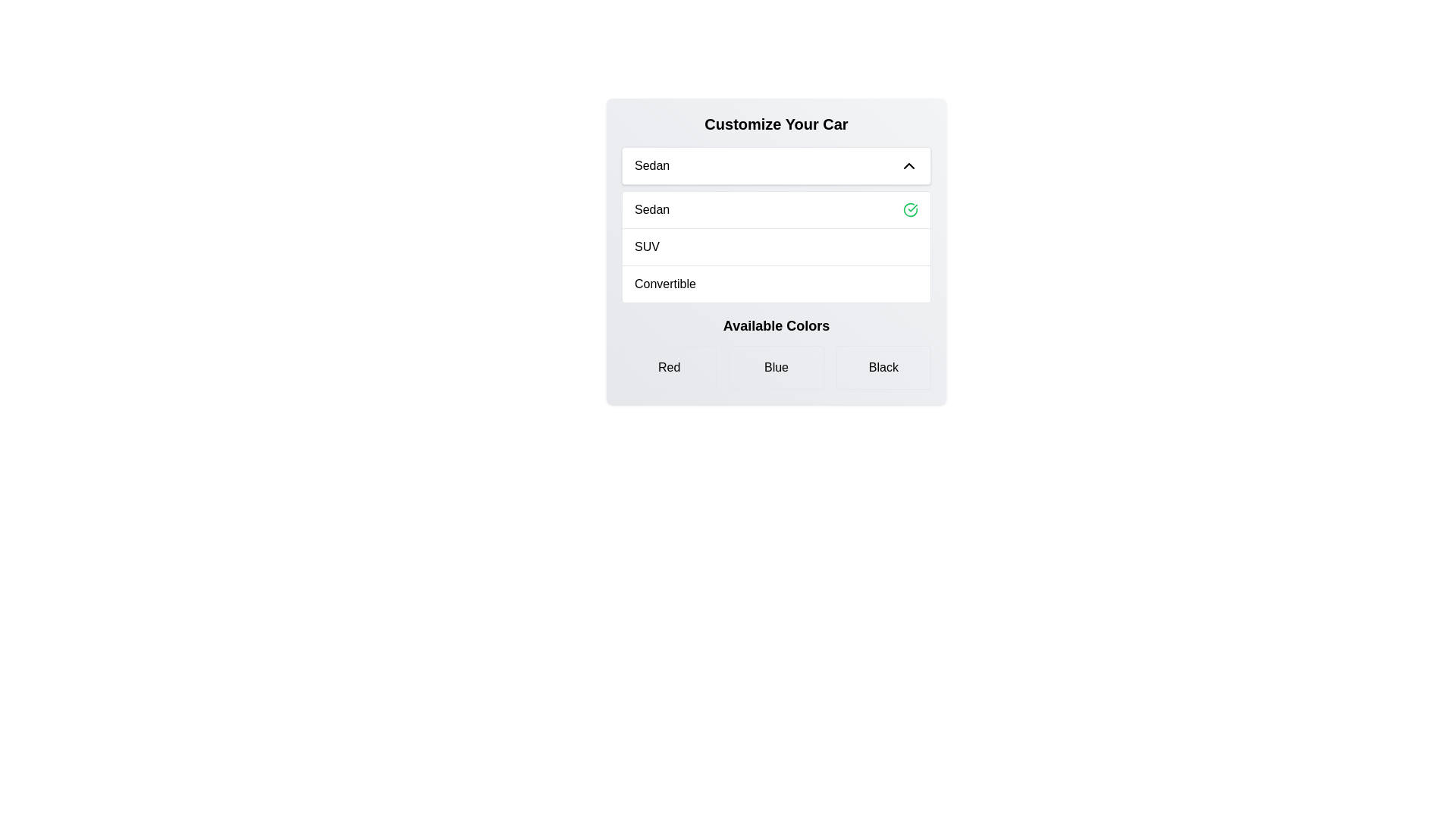  What do you see at coordinates (668, 368) in the screenshot?
I see `the non-interactive color selection button for the 'Red' option, which is the first button in a grid layout under the 'Available Colors' section` at bounding box center [668, 368].